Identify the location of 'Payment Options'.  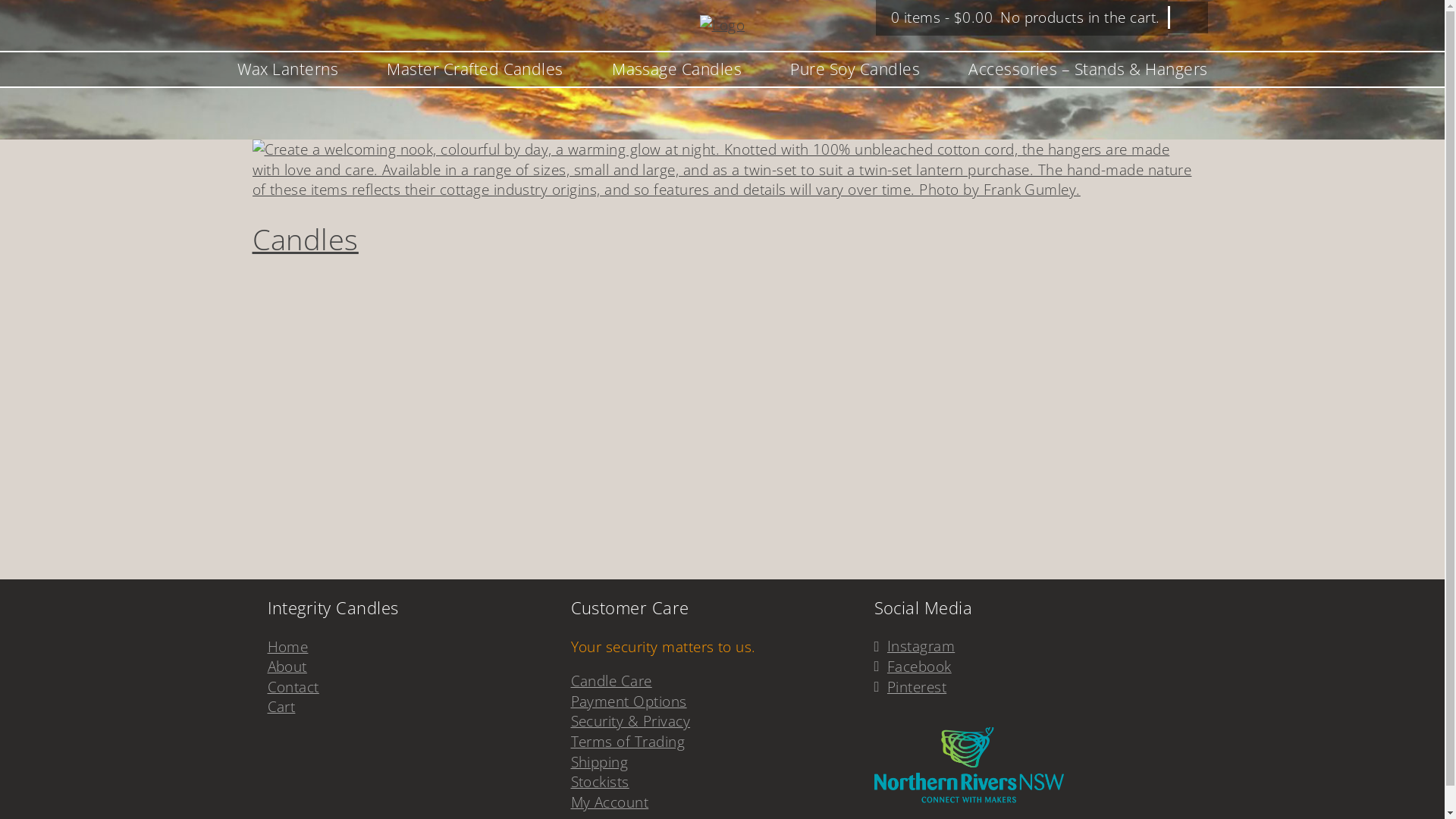
(628, 701).